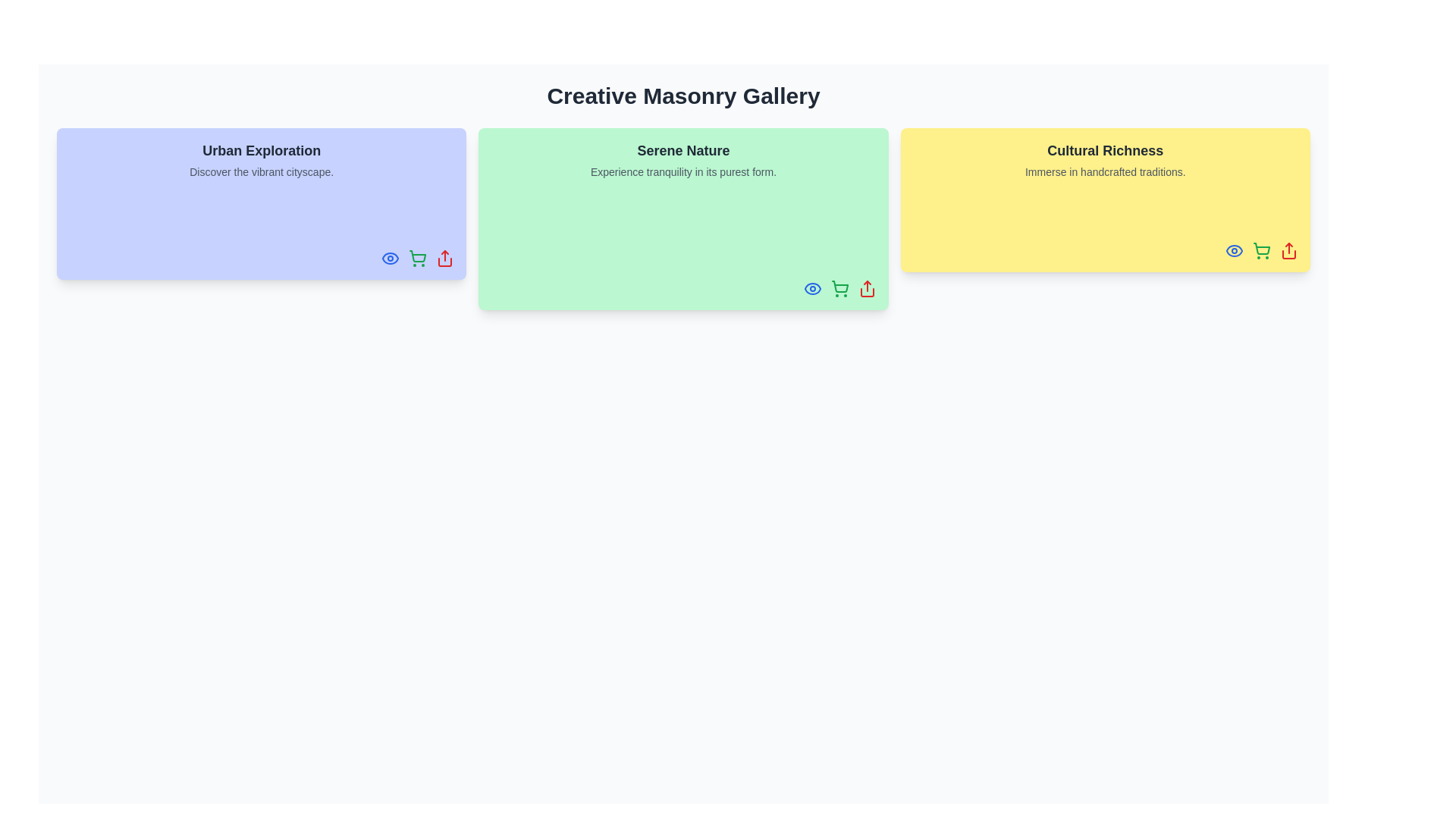 The width and height of the screenshot is (1456, 819). Describe the element at coordinates (811, 289) in the screenshot. I see `larger outer contour of the eye icon located at the bottom-right corner of the 'Serene Nature' card` at that location.